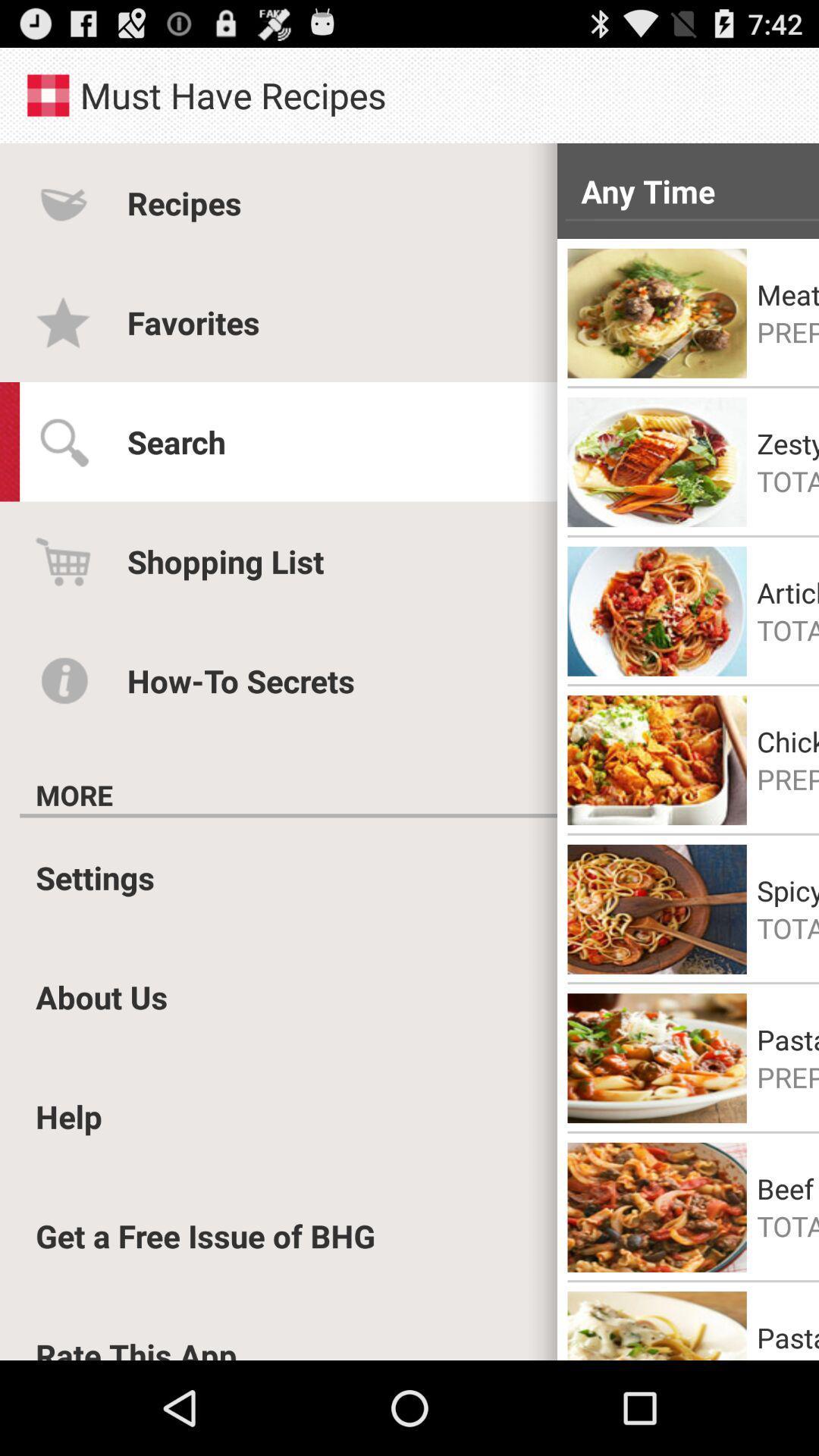 The image size is (819, 1456). Describe the element at coordinates (787, 443) in the screenshot. I see `icon above the total: 25 min icon` at that location.